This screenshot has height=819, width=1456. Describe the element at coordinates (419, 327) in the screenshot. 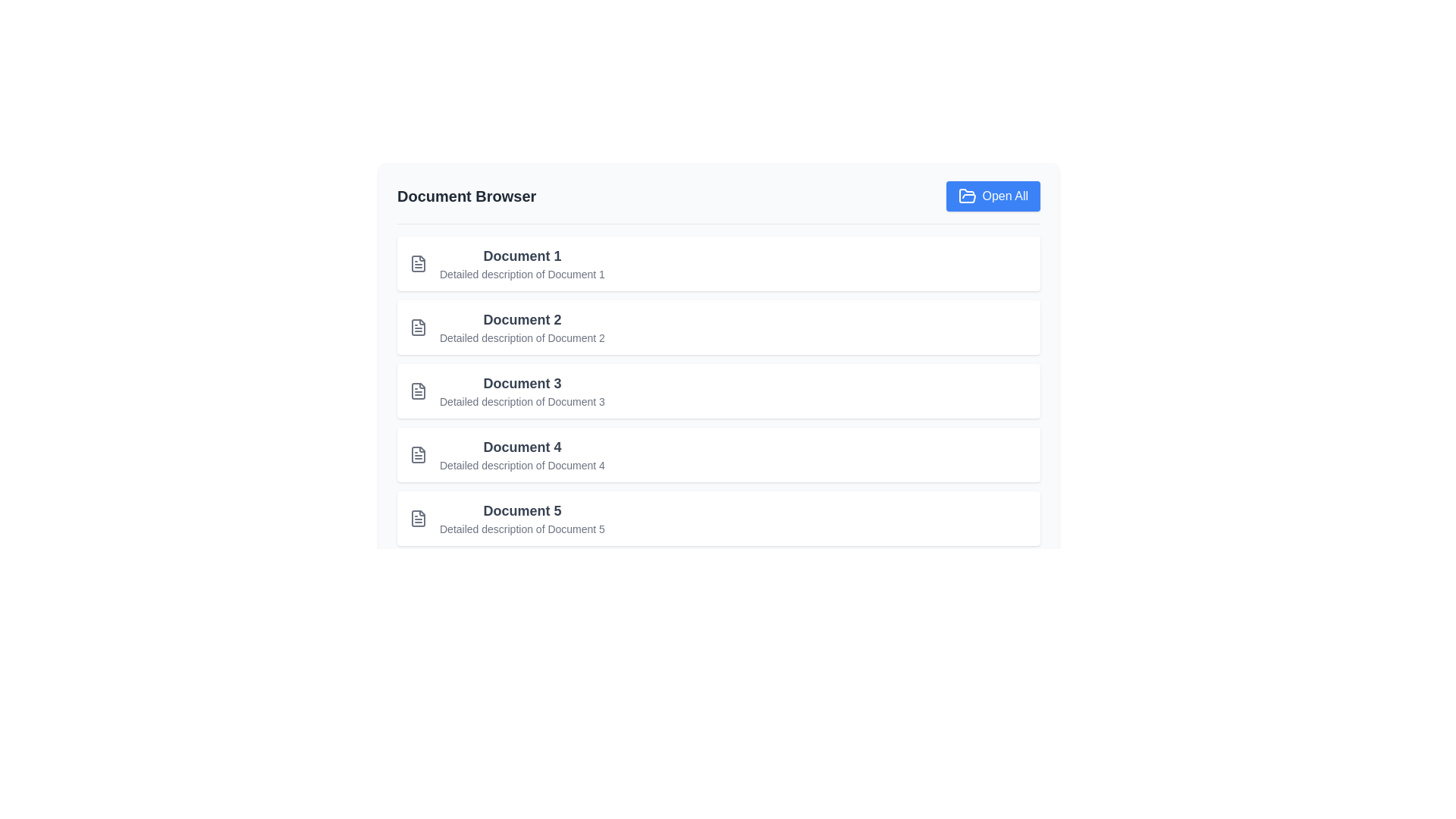

I see `the document icon located on the second list item of the document list titled 'Document 2' in the 'Document Browser' interface, which is rendered in muted gray color` at that location.